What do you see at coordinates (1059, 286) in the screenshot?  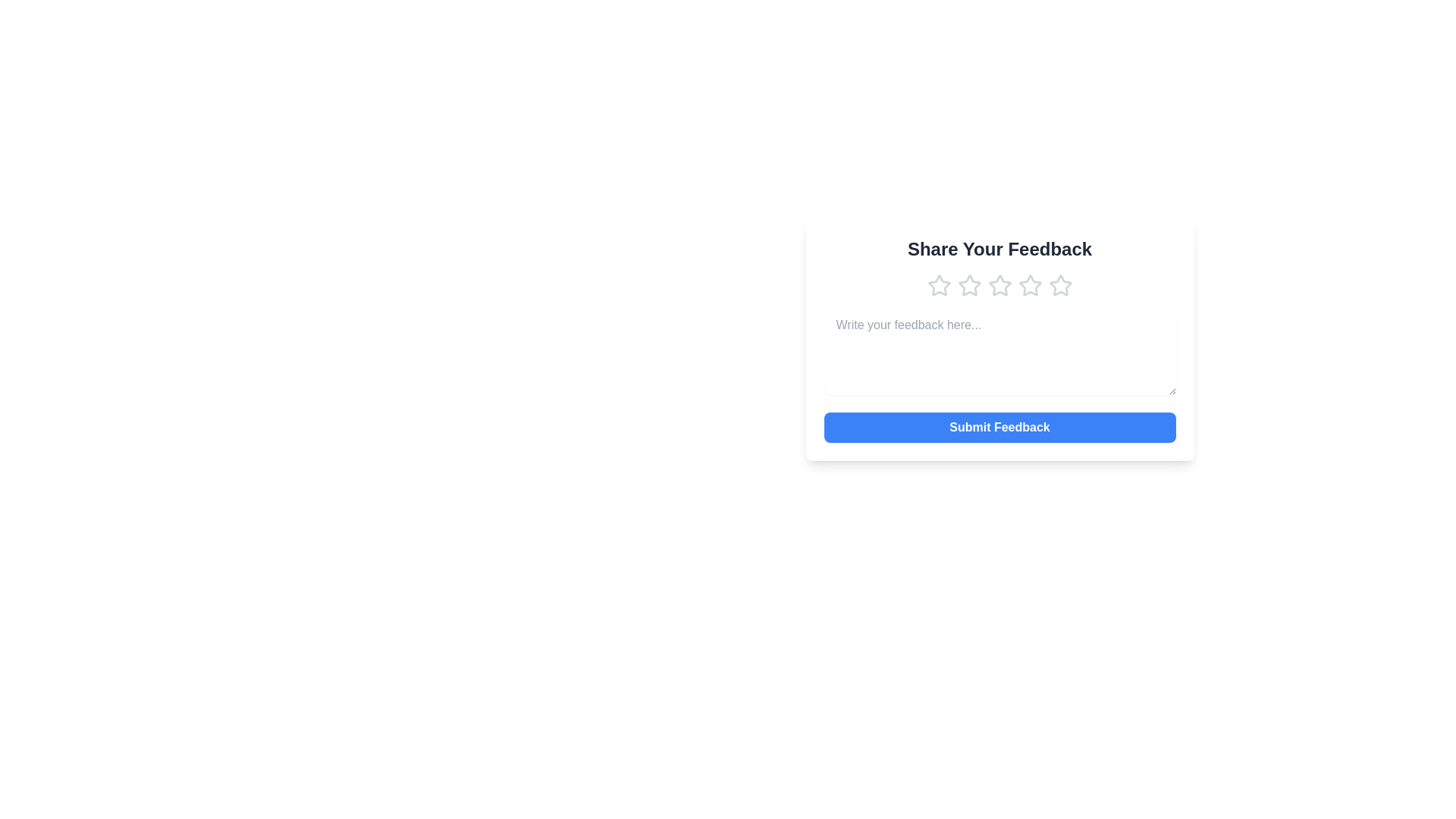 I see `the 'Rate 5 stars' button, which is the fifth star from the left in a horizontal arrangement below the text 'Share Your Feedback'` at bounding box center [1059, 286].